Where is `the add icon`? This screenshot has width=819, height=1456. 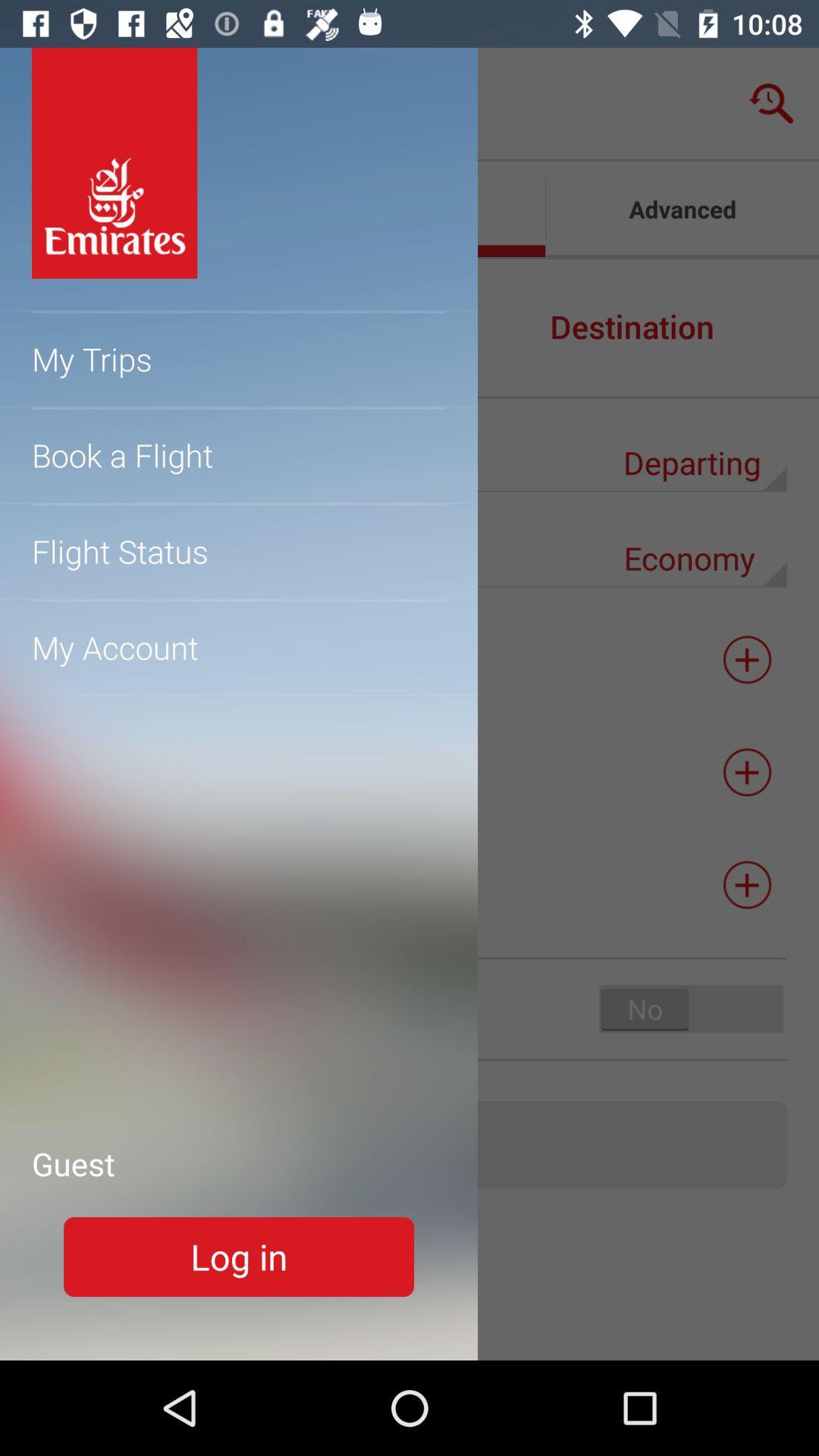
the add icon is located at coordinates (746, 772).